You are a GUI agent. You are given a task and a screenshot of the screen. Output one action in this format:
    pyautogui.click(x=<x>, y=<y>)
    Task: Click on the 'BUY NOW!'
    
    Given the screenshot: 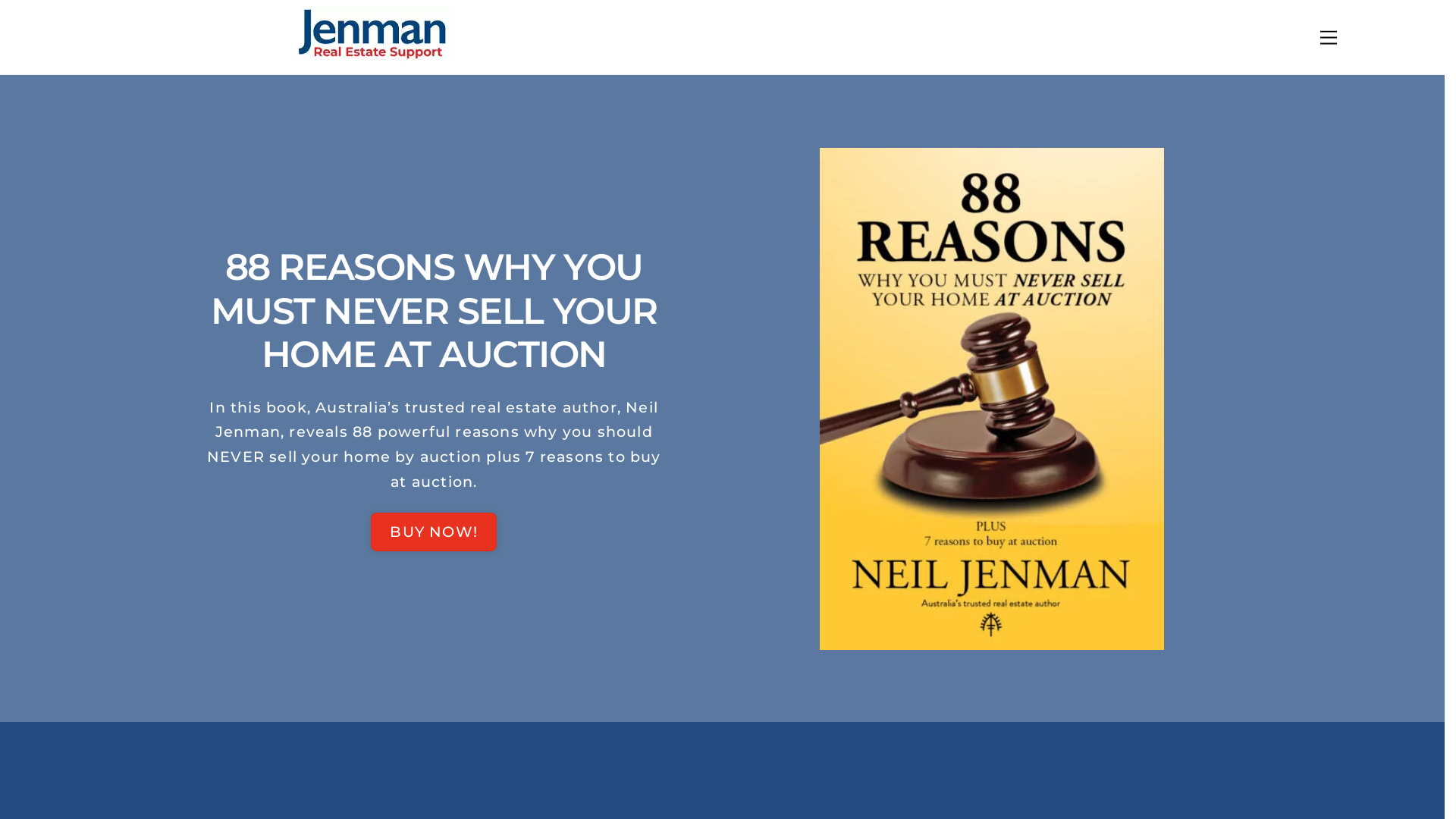 What is the action you would take?
    pyautogui.click(x=432, y=531)
    